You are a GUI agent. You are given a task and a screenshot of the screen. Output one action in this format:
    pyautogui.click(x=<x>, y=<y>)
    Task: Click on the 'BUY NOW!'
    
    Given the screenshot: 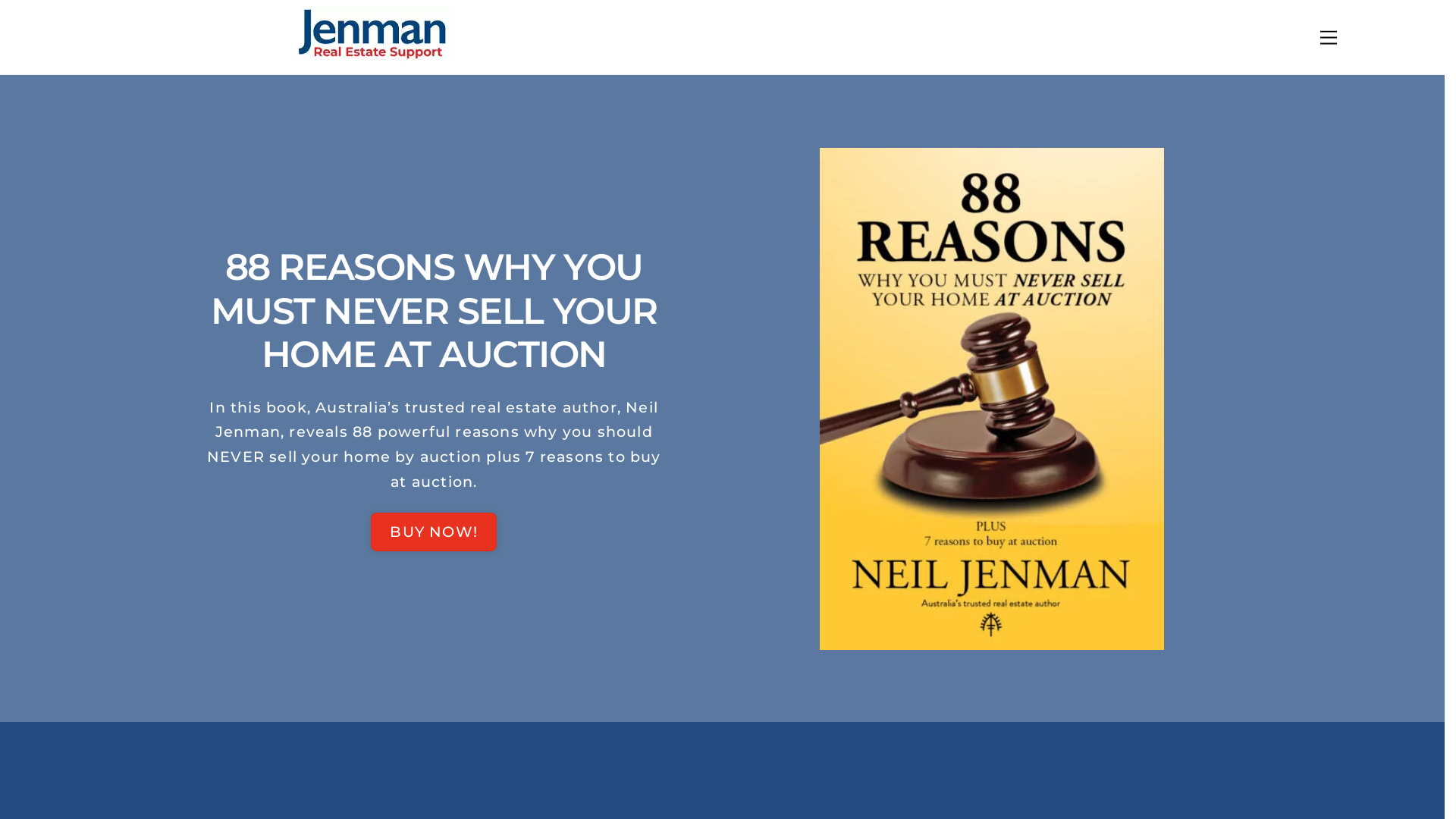 What is the action you would take?
    pyautogui.click(x=432, y=531)
    